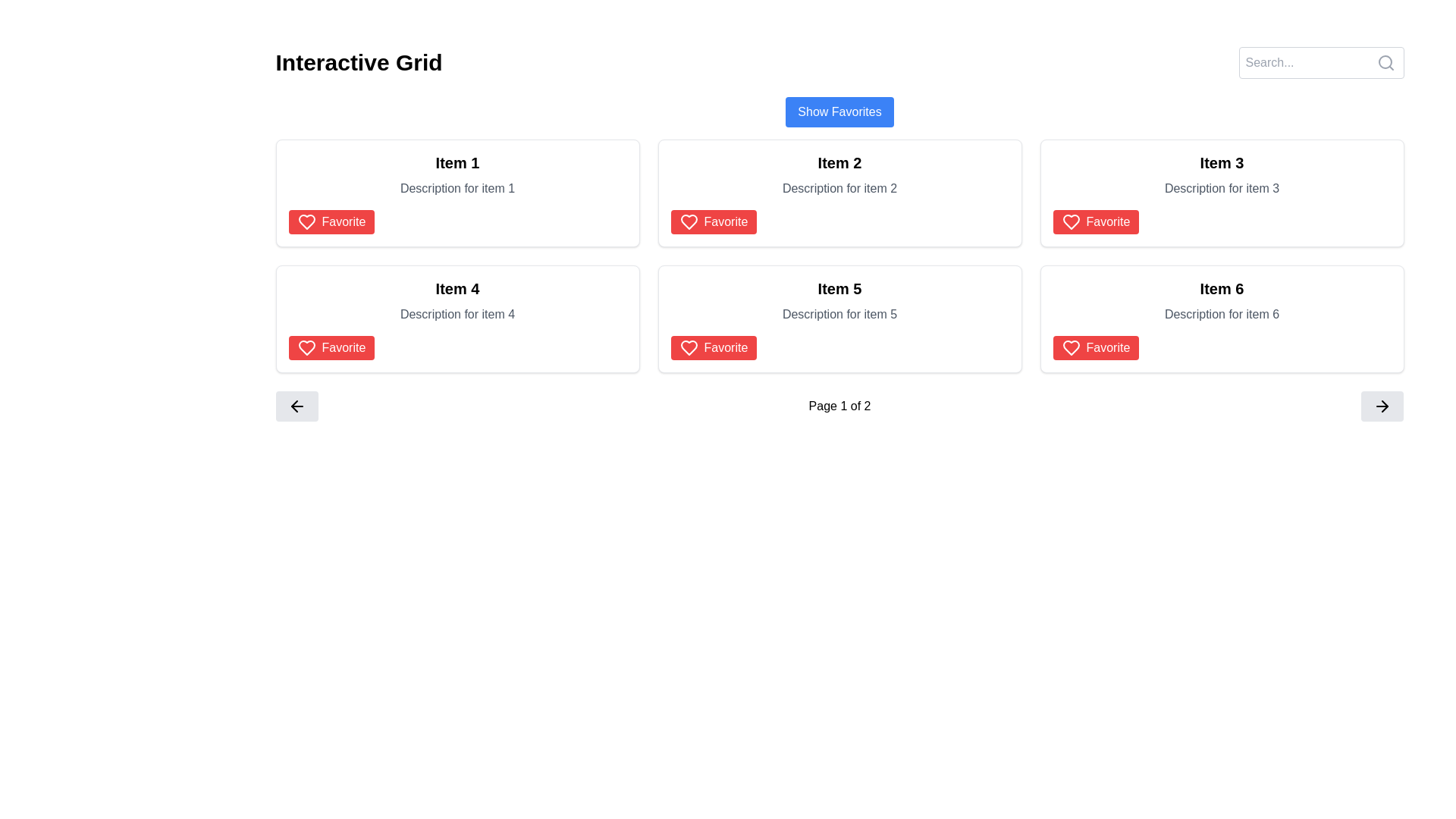  What do you see at coordinates (306, 222) in the screenshot?
I see `the heart-shaped icon inside the 'Favorite' button located in the bottom-left corner of the grid card for 'Item 1'` at bounding box center [306, 222].